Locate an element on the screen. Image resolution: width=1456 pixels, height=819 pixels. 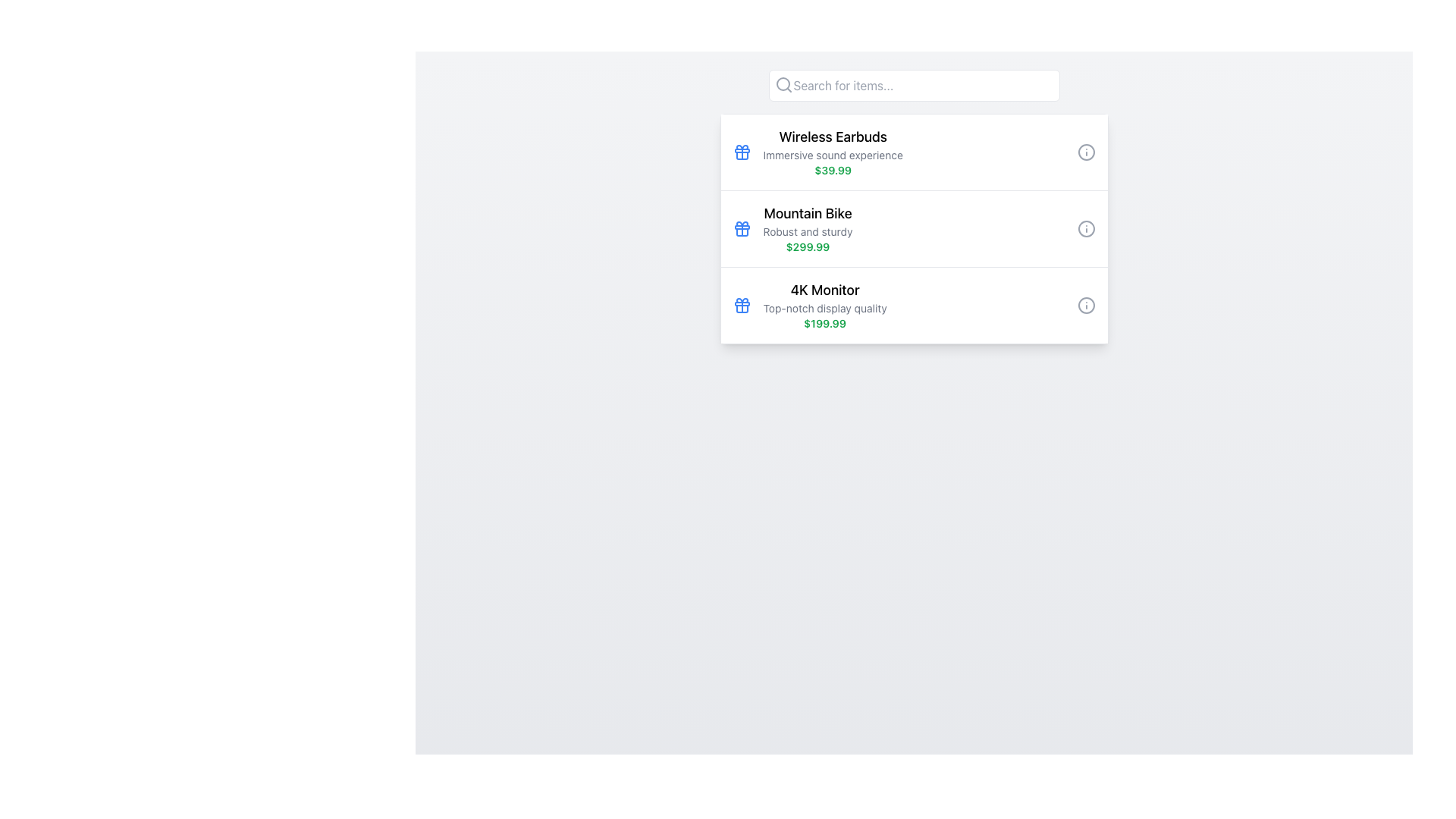
the Decorative rectangle element, which is part of the SVG icon accompanying the 'Wireless Earbuds' text, located at the top of the gift box icon is located at coordinates (742, 151).